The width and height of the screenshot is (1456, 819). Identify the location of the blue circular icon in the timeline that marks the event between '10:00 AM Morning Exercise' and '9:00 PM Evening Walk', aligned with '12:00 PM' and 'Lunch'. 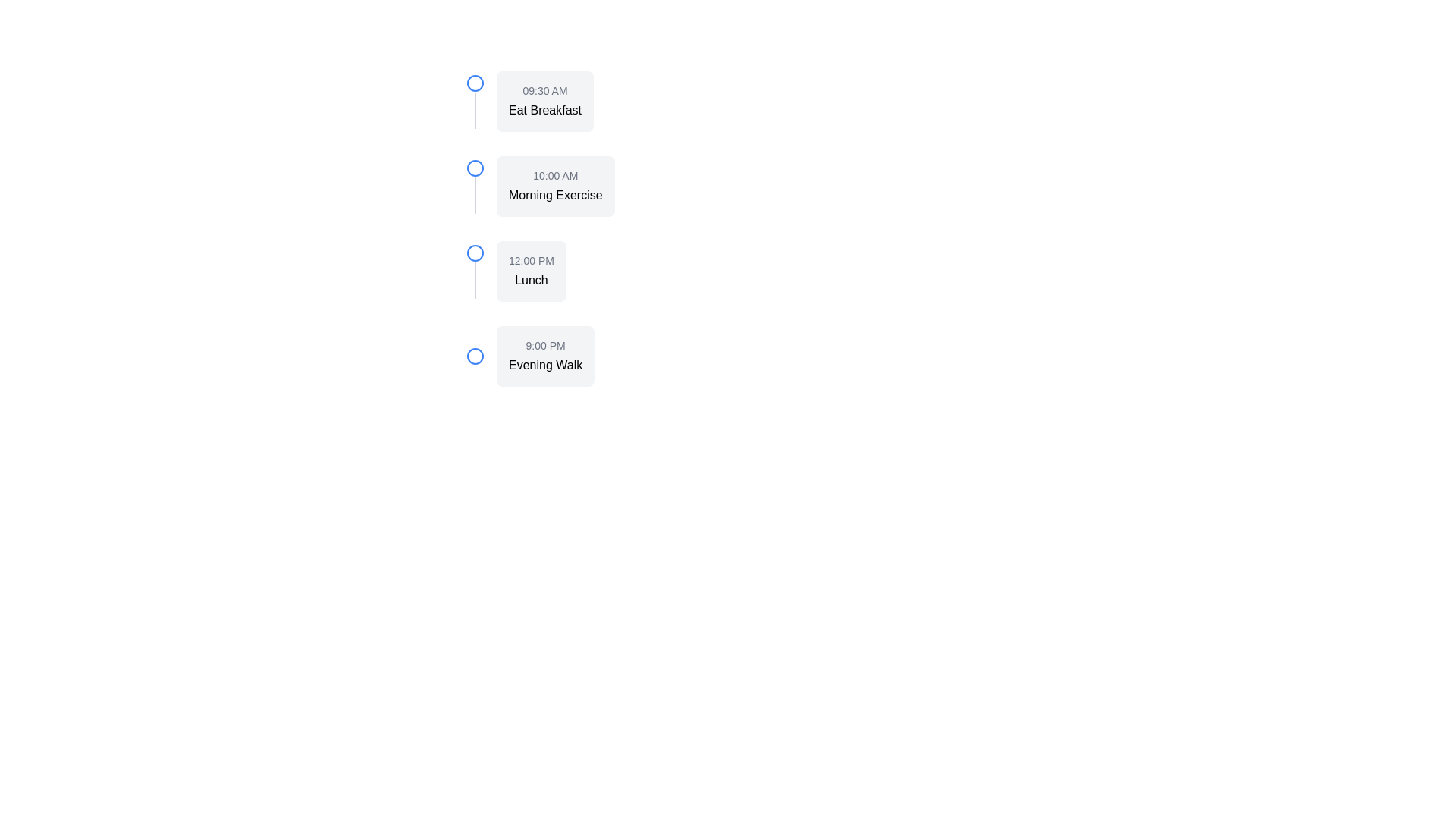
(475, 253).